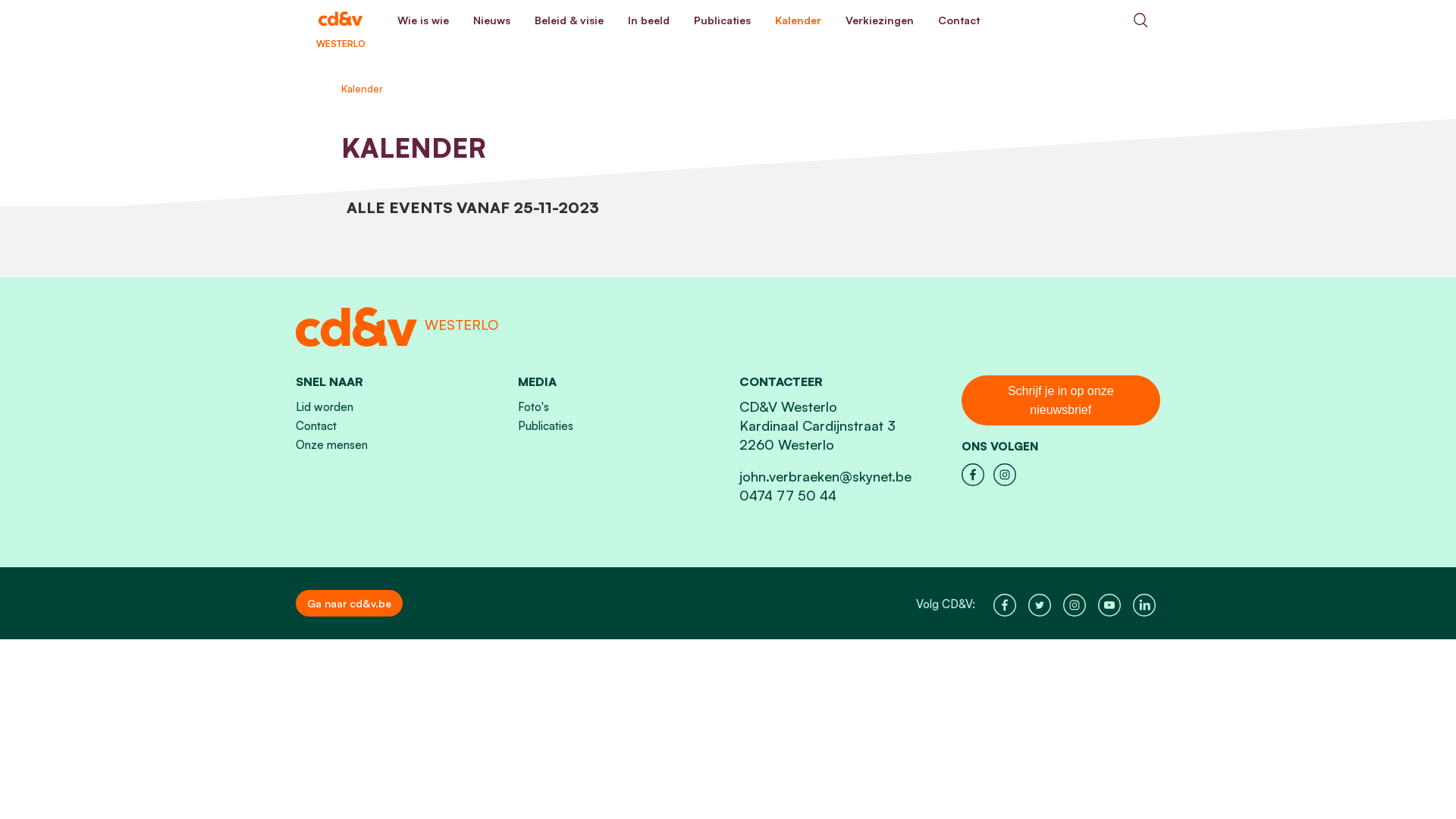 This screenshot has width=1456, height=819. What do you see at coordinates (323, 406) in the screenshot?
I see `'Lid worden'` at bounding box center [323, 406].